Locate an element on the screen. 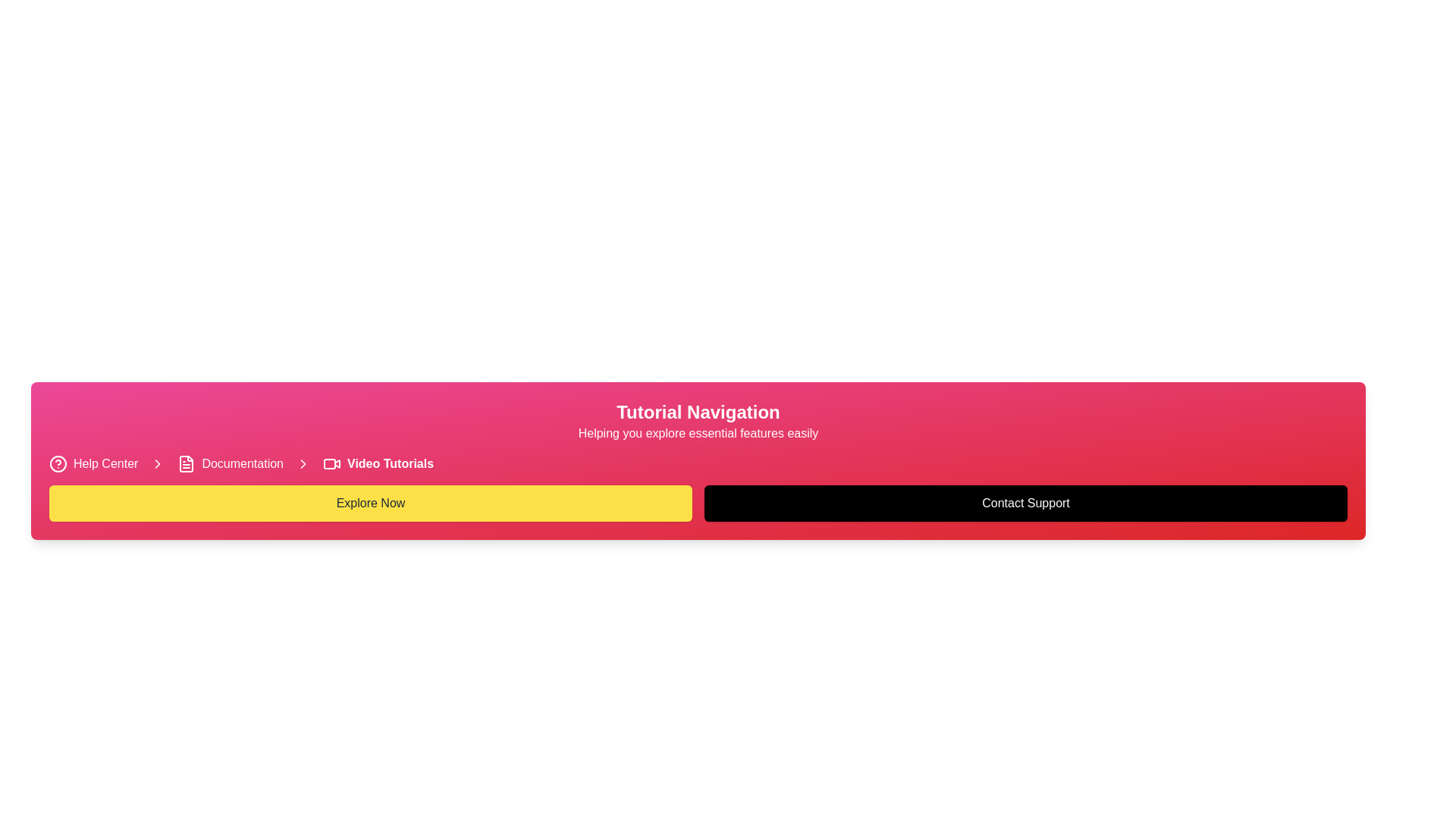  the 'Documentation' icon in the breadcrumb navigation bar, which is the second icon from the left is located at coordinates (186, 463).